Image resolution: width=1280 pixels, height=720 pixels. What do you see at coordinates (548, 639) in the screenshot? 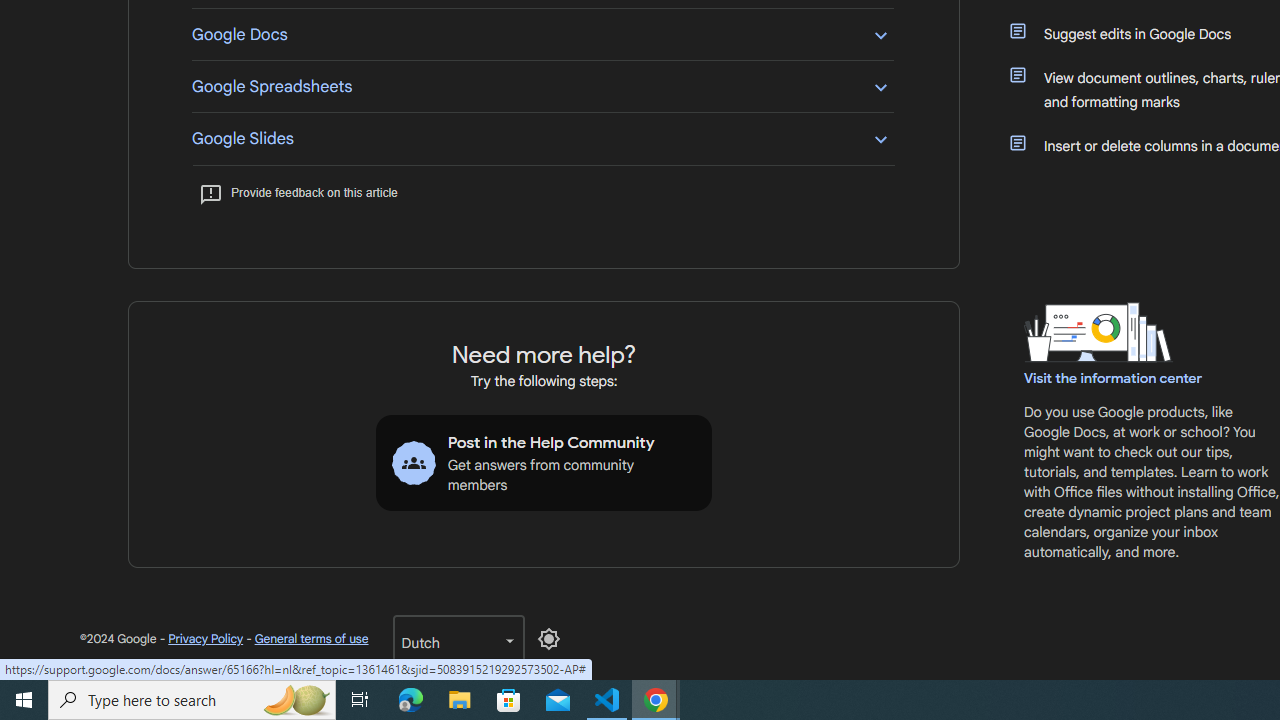
I see `'Disable dark mode'` at bounding box center [548, 639].